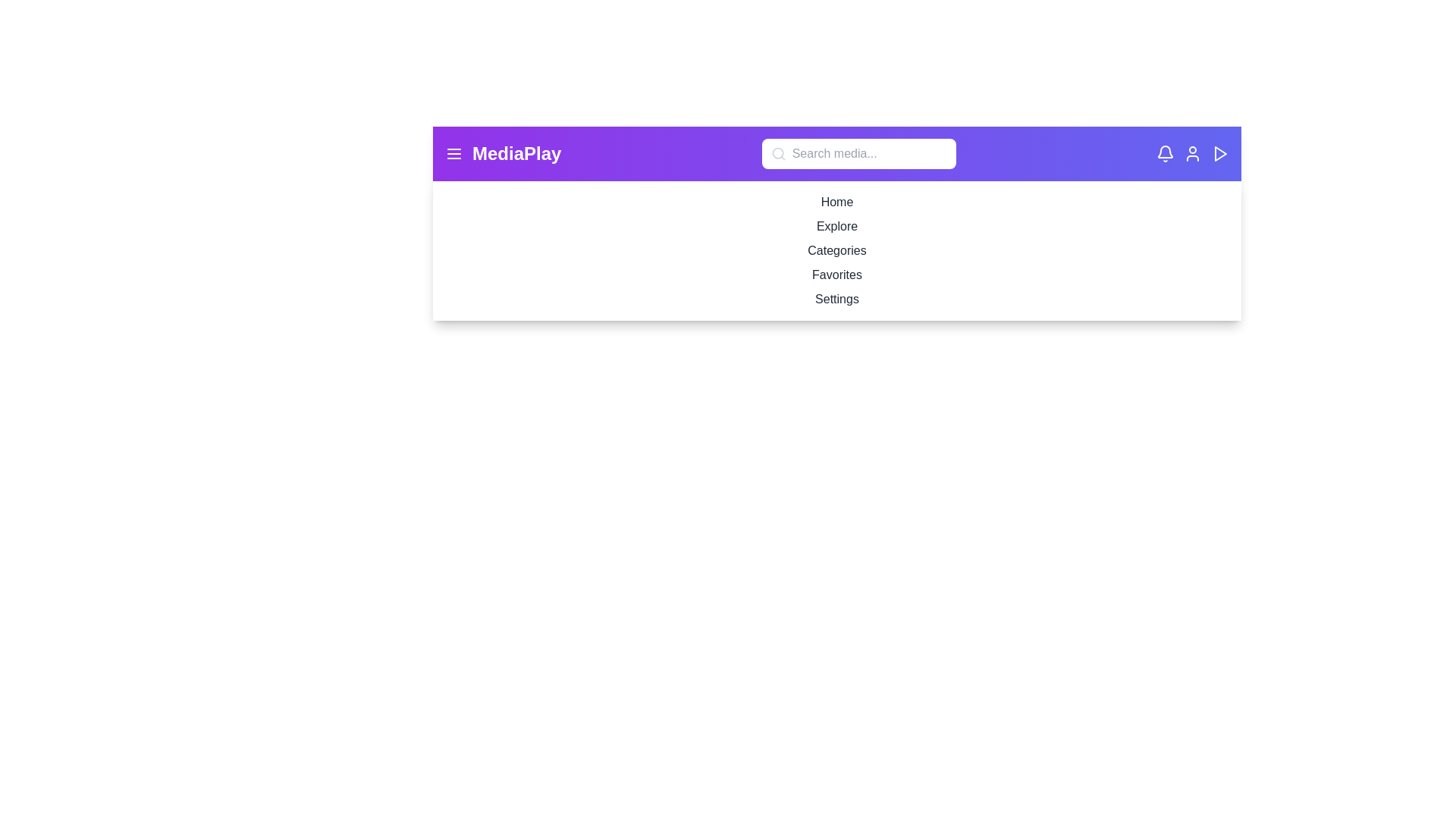  I want to click on the search box located in the top bar of the interface, which features a gradient background transitioning from purple to indigo and contains the text 'MediaPlay' on the left side, so click(836, 154).